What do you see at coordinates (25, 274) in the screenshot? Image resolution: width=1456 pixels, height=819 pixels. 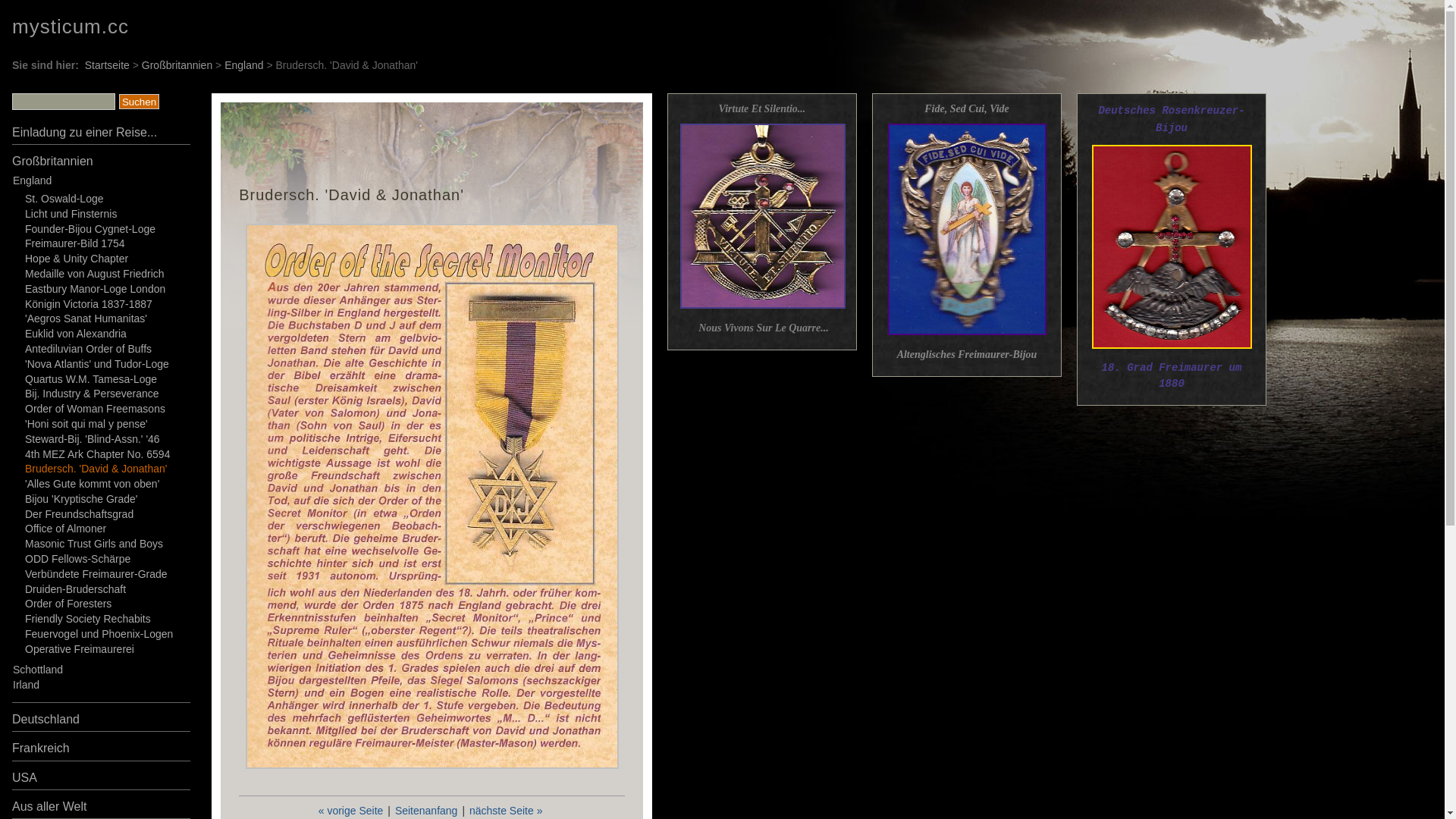 I see `'Medaille von August Friedrich'` at bounding box center [25, 274].